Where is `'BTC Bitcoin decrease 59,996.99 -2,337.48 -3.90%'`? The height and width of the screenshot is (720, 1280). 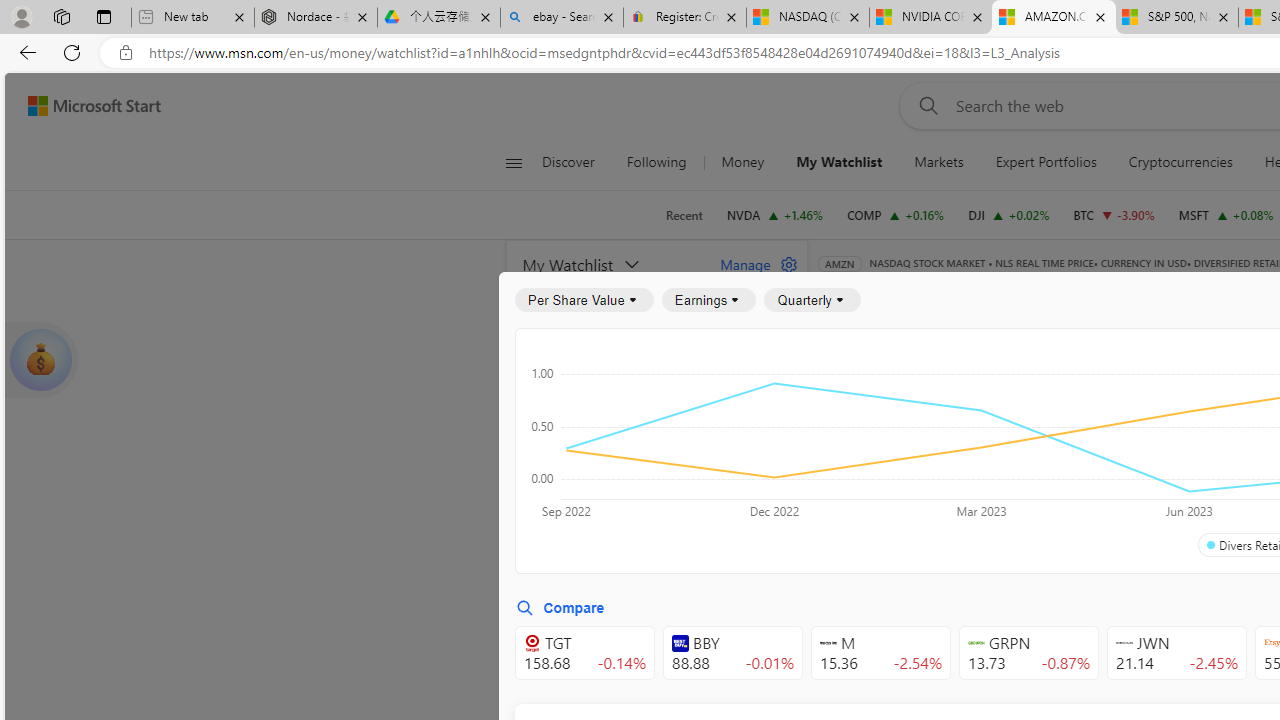 'BTC Bitcoin decrease 59,996.99 -2,337.48 -3.90%' is located at coordinates (1113, 214).